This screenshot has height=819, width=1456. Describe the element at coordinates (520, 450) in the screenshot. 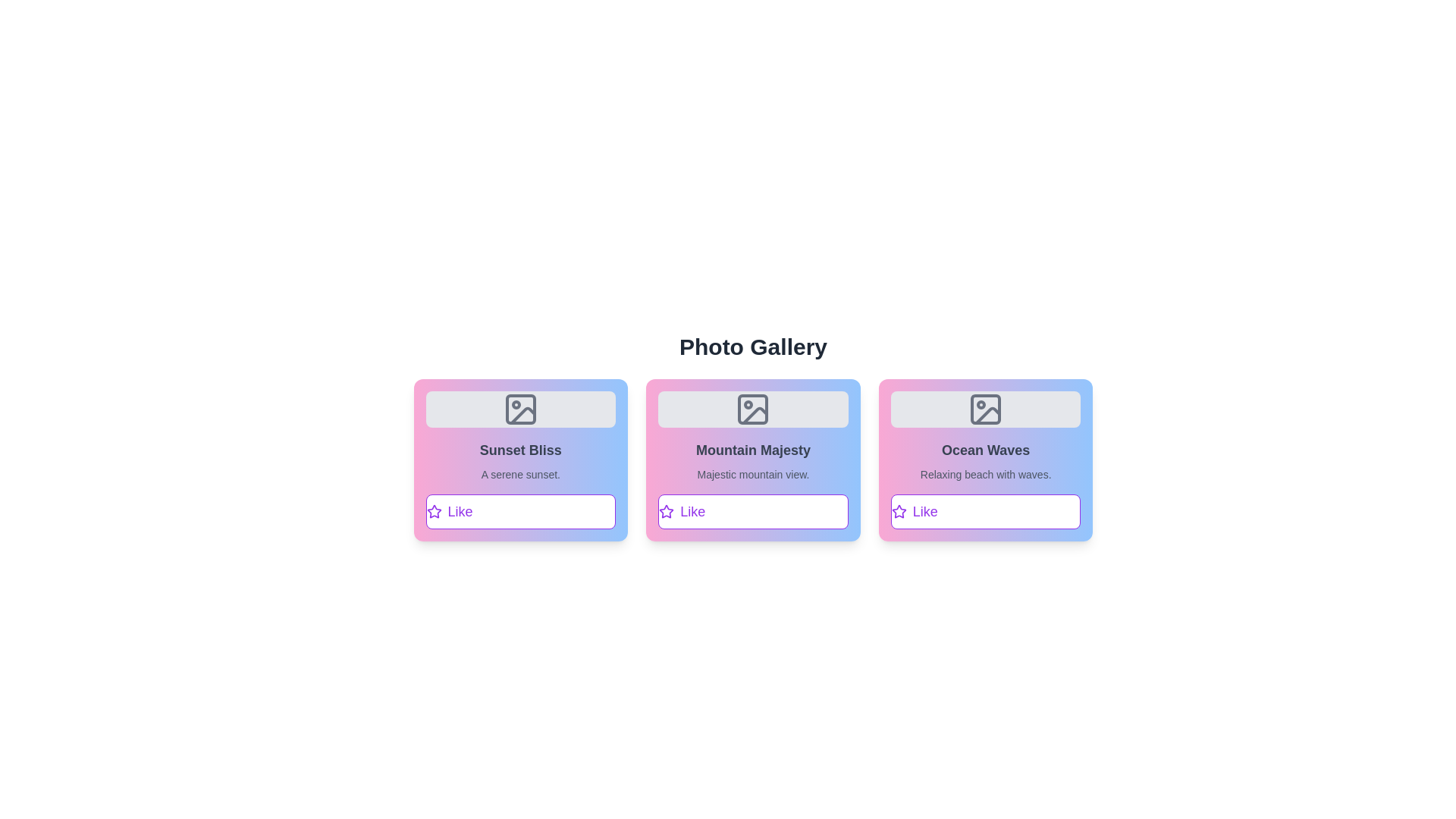

I see `the title of the photo Sunset Bliss for the user` at that location.